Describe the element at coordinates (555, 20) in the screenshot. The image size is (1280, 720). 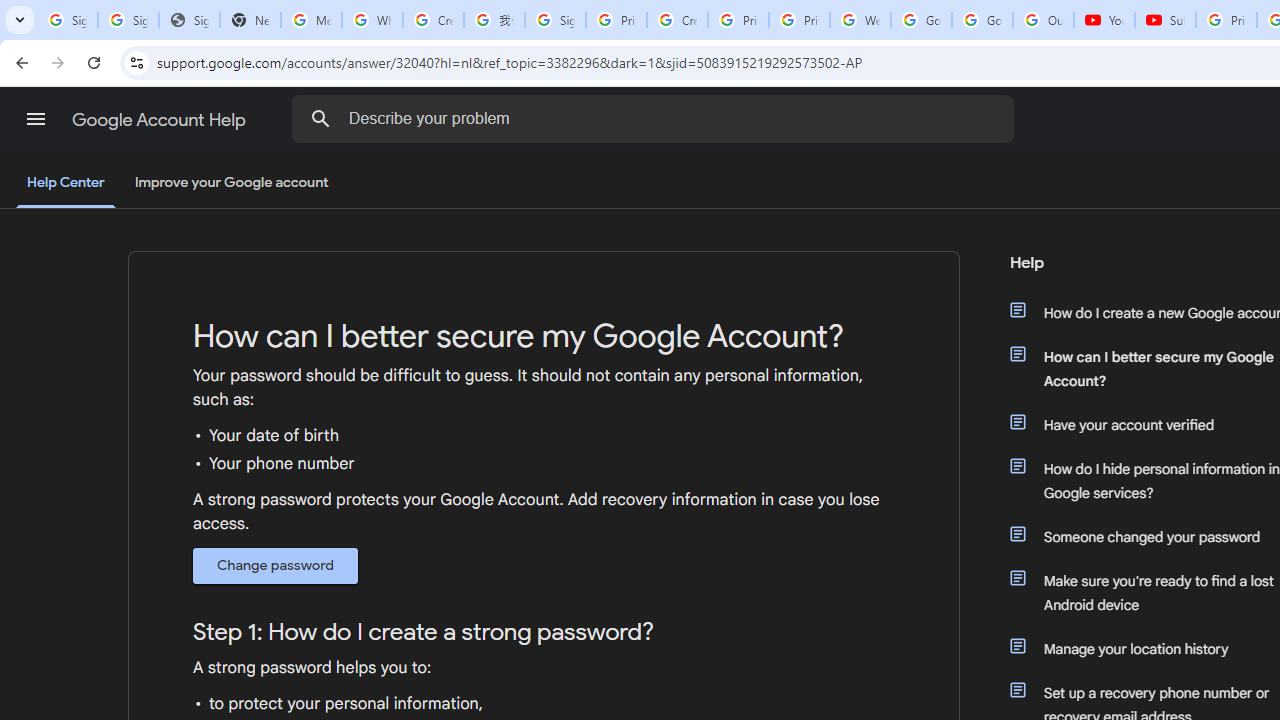
I see `'Sign in - Google Accounts'` at that location.